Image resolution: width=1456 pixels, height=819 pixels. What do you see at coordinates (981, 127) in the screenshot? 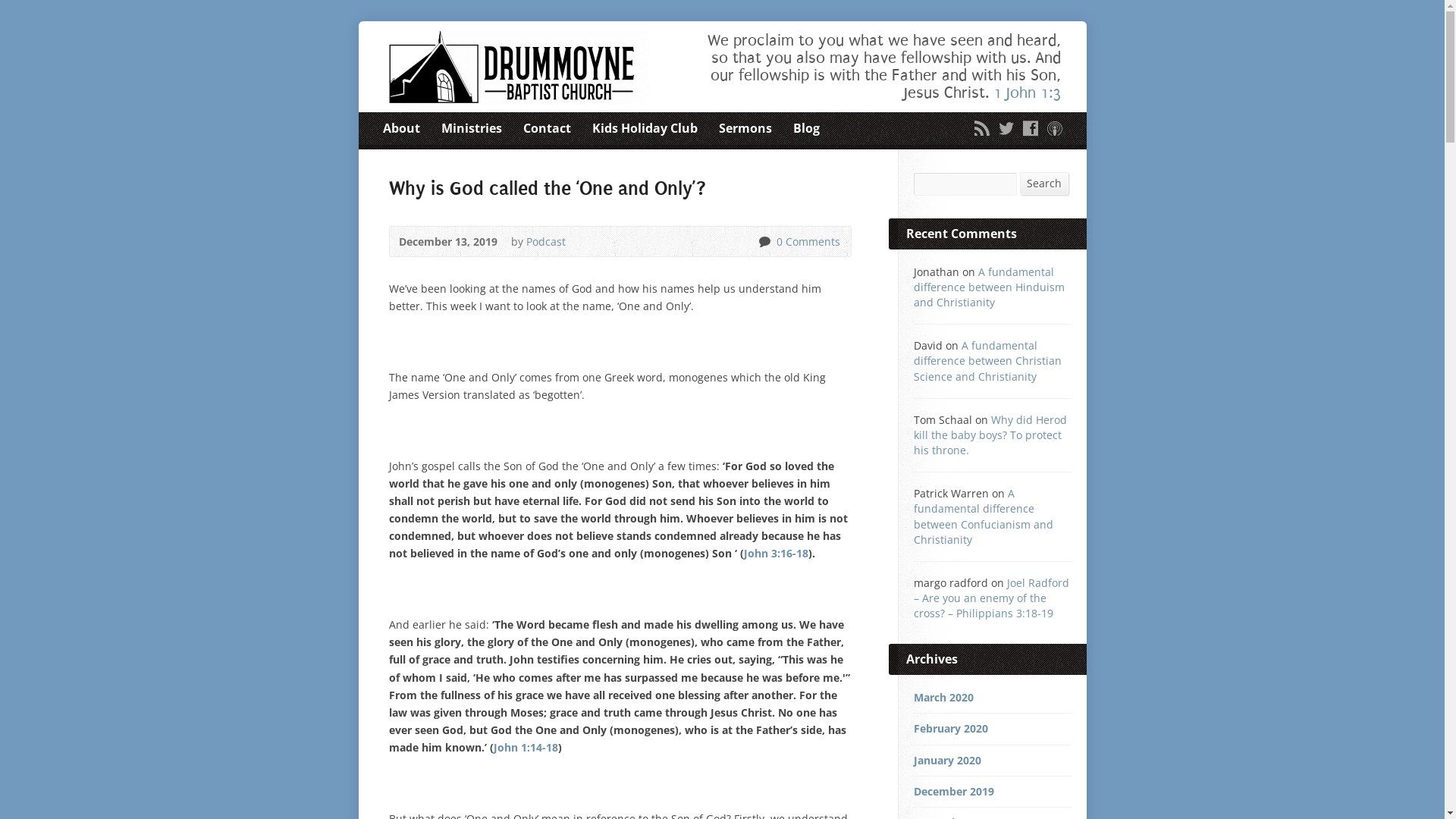
I see `'RSS'` at bounding box center [981, 127].